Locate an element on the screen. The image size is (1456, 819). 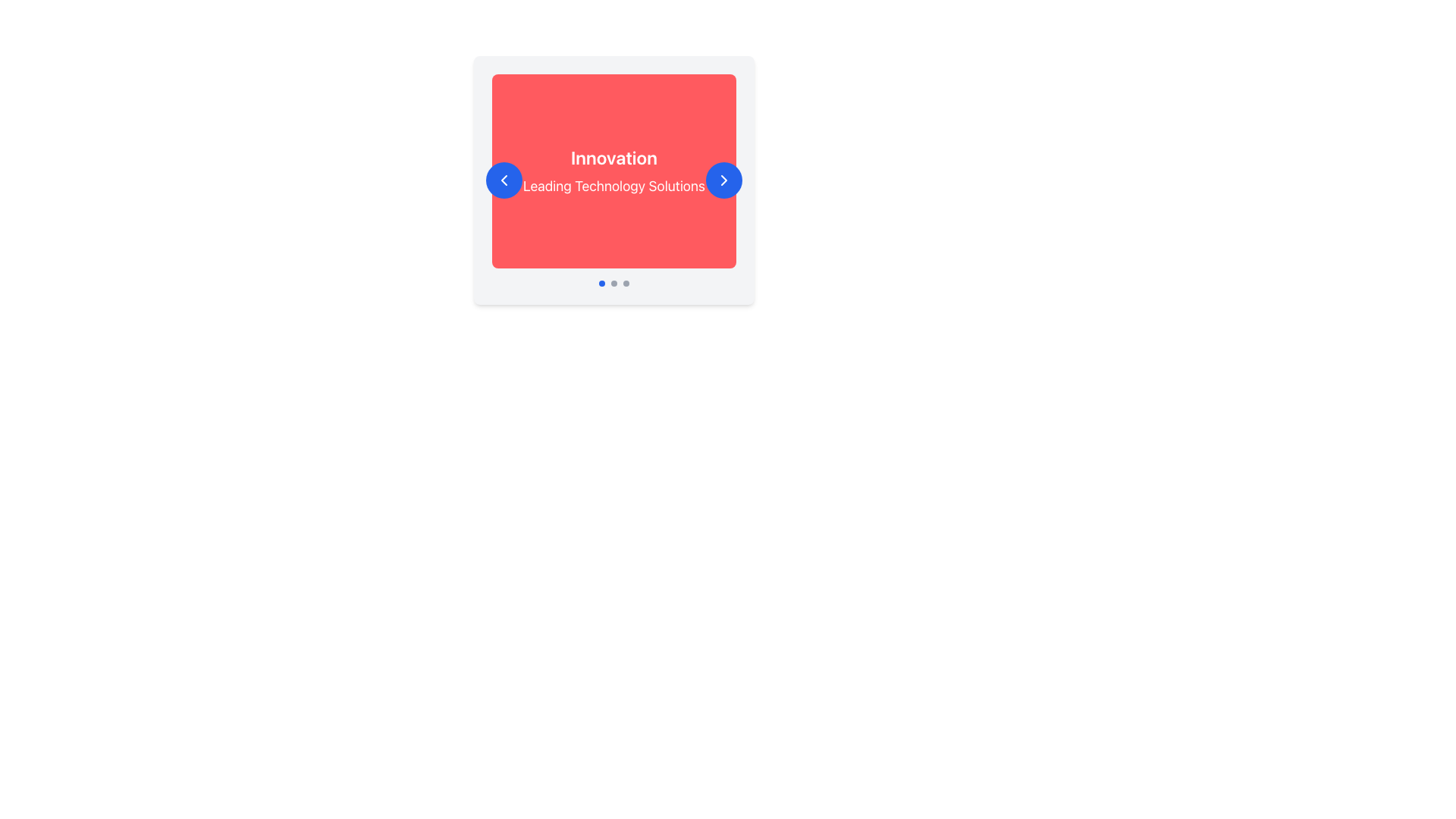
the left-pointing chevron icon within the circular blue button located on the left side of the red rectangular card displaying 'Innovation' and 'Leading Technology Solutions' is located at coordinates (504, 180).